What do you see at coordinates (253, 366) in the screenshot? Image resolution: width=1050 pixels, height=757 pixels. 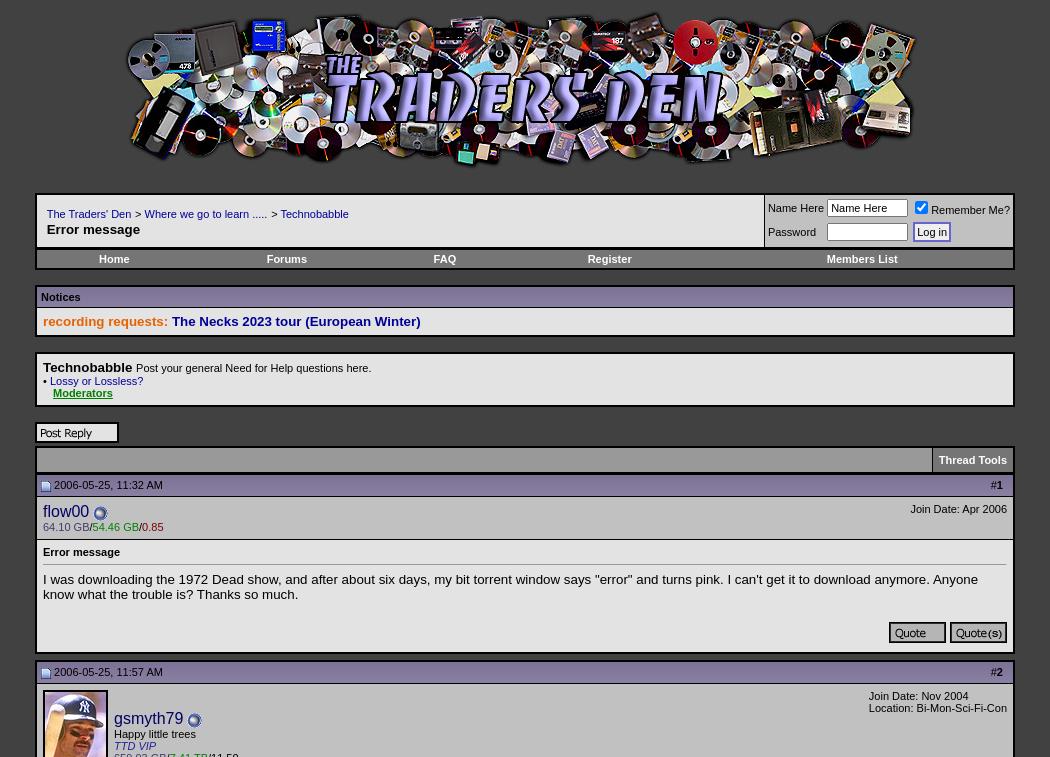 I see `'Post your general Need for Help questions here.'` at bounding box center [253, 366].